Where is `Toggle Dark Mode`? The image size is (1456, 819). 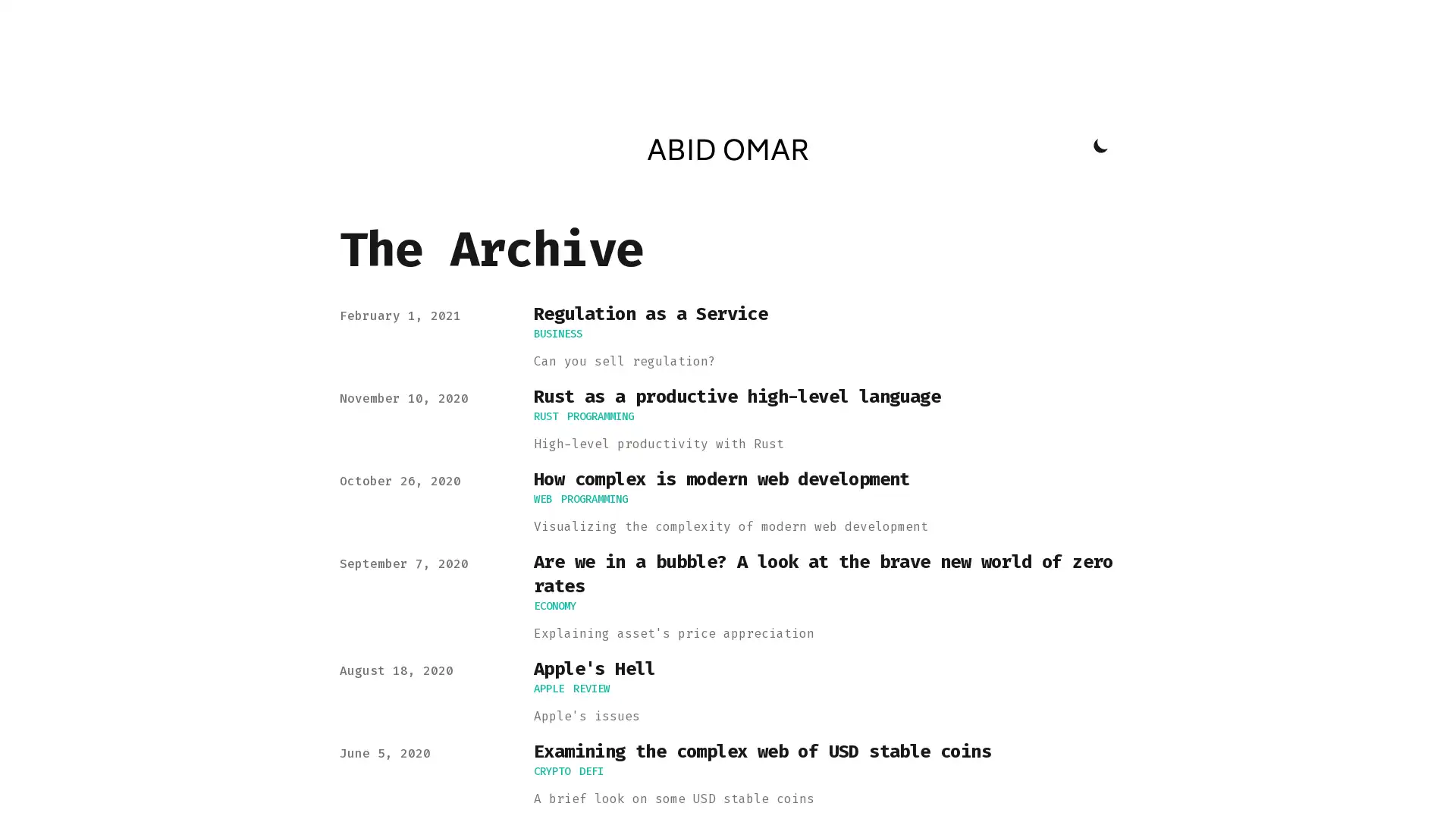
Toggle Dark Mode is located at coordinates (1100, 146).